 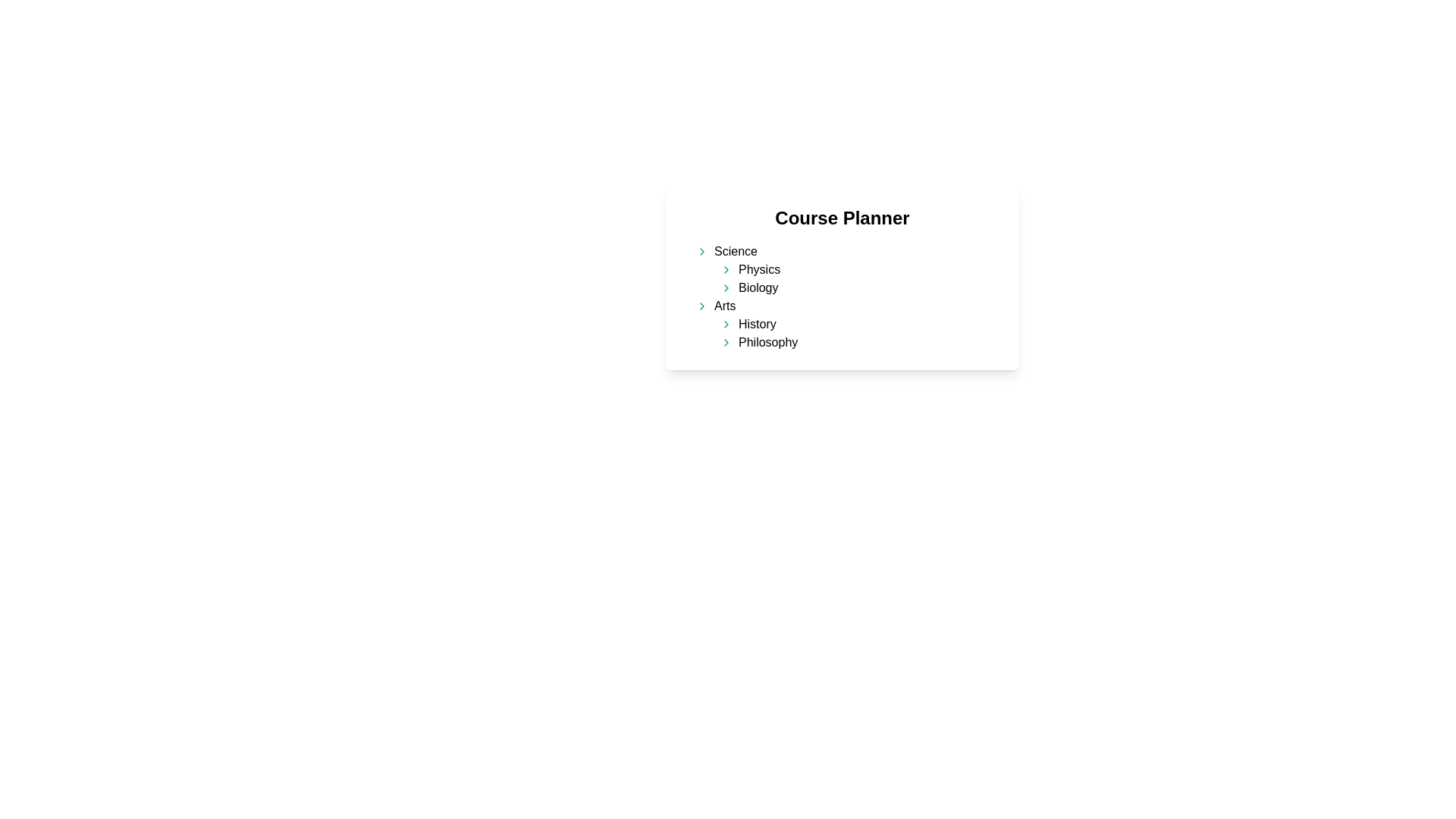 What do you see at coordinates (758, 288) in the screenshot?
I see `the 'Biology' label located under the 'Science' section of the 'Course Planner', positioned below 'Physics' and to the right of a green chevron icon` at bounding box center [758, 288].